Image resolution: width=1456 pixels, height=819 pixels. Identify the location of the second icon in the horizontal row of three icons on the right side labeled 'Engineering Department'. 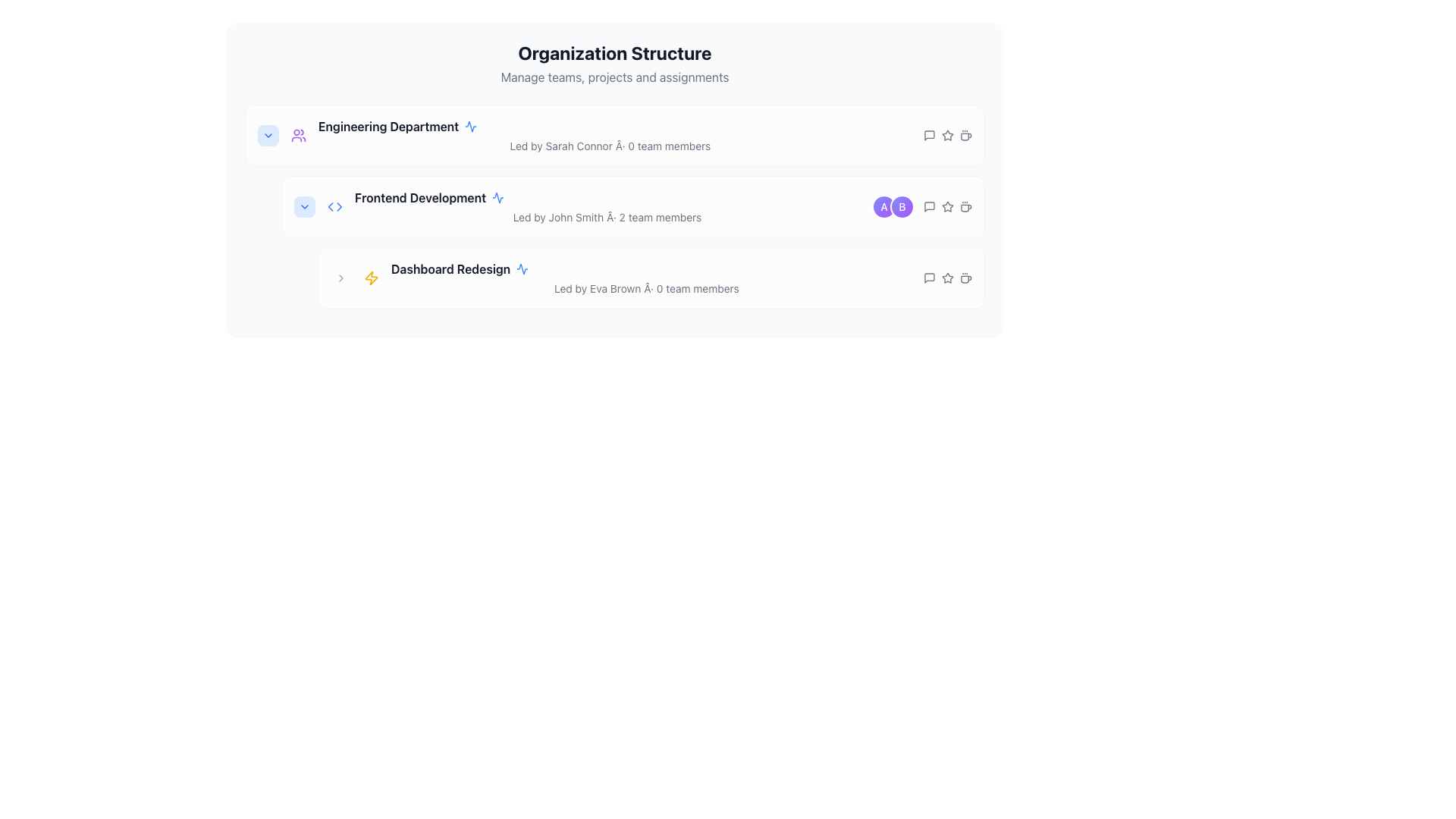
(946, 134).